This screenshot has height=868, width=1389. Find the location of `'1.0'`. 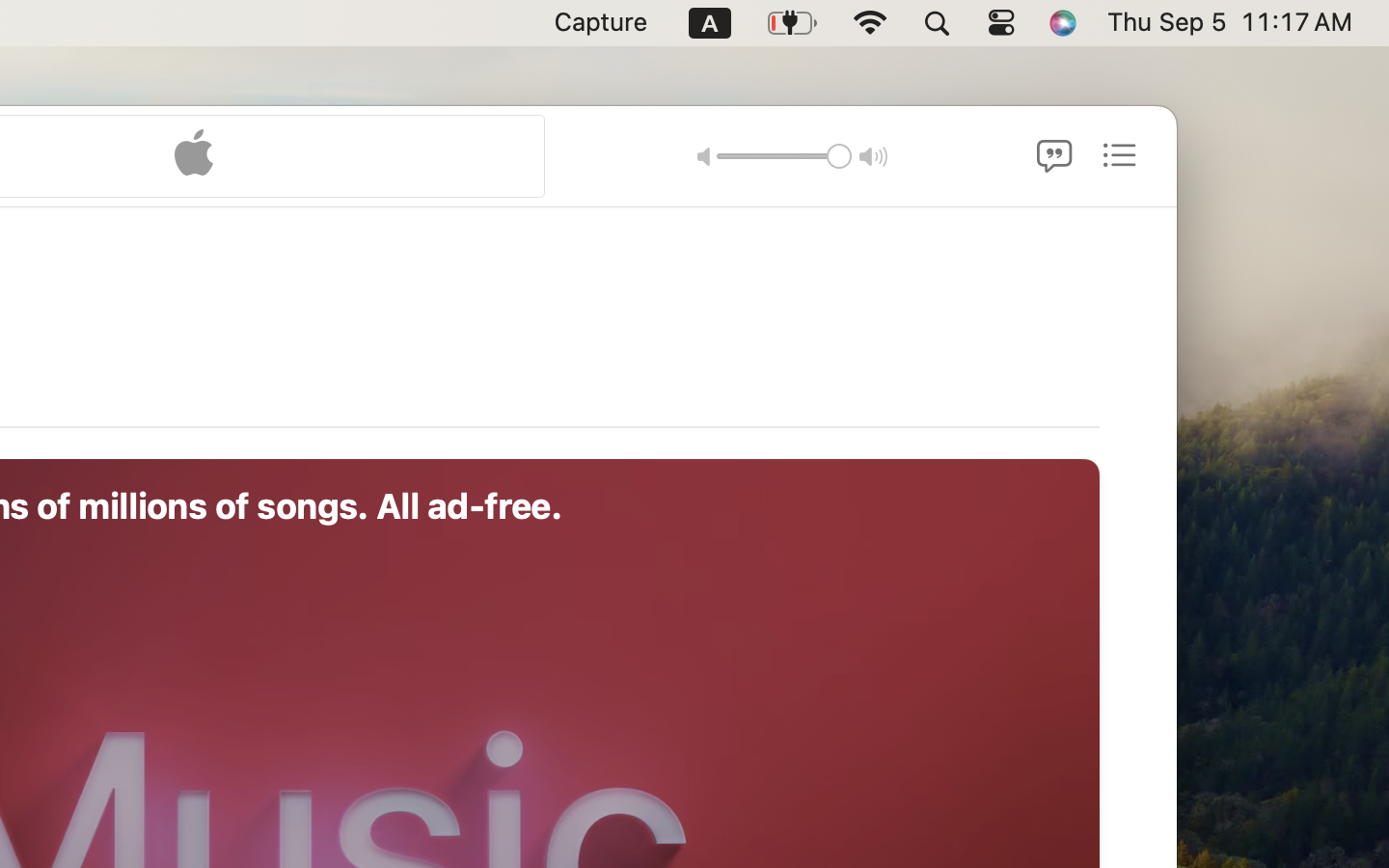

'1.0' is located at coordinates (783, 155).